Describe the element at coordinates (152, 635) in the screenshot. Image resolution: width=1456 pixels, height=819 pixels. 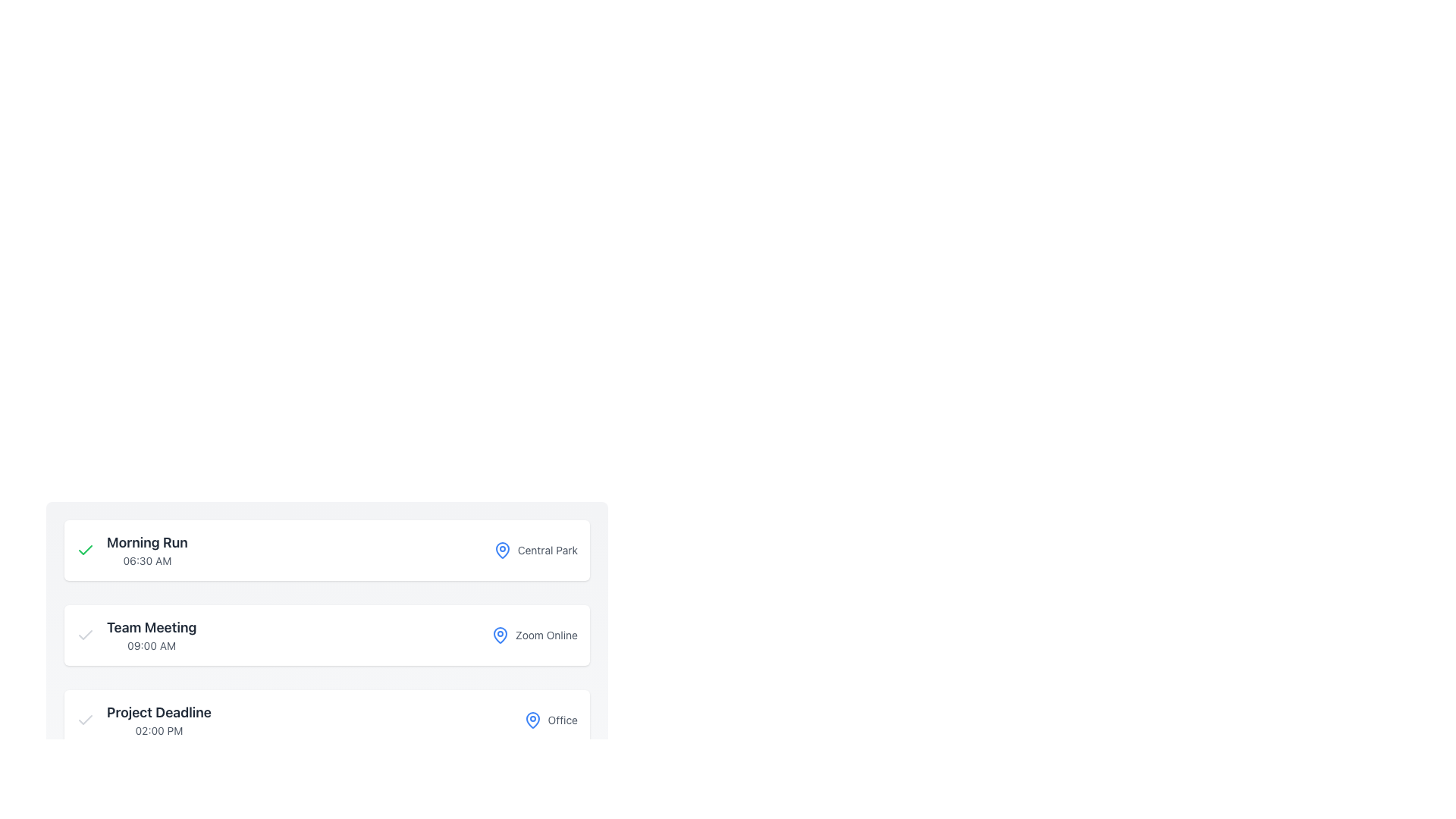
I see `title 'Team Meeting' and the time '09:00 AM' from the Text Display element, which consists of two vertically stacked texts aligned to the left` at that location.